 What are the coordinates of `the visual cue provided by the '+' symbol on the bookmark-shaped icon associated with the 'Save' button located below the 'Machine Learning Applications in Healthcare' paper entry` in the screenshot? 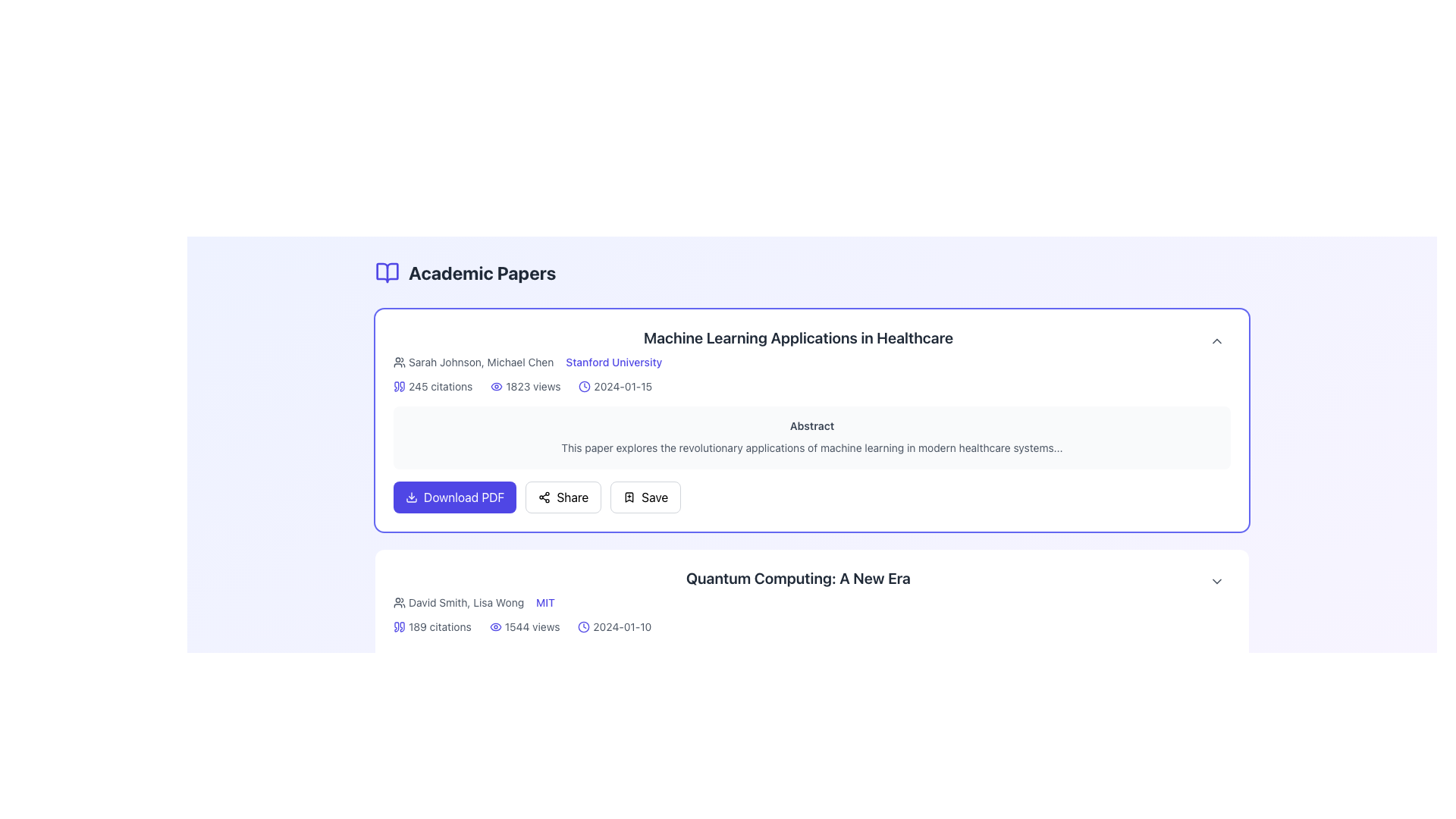 It's located at (629, 497).